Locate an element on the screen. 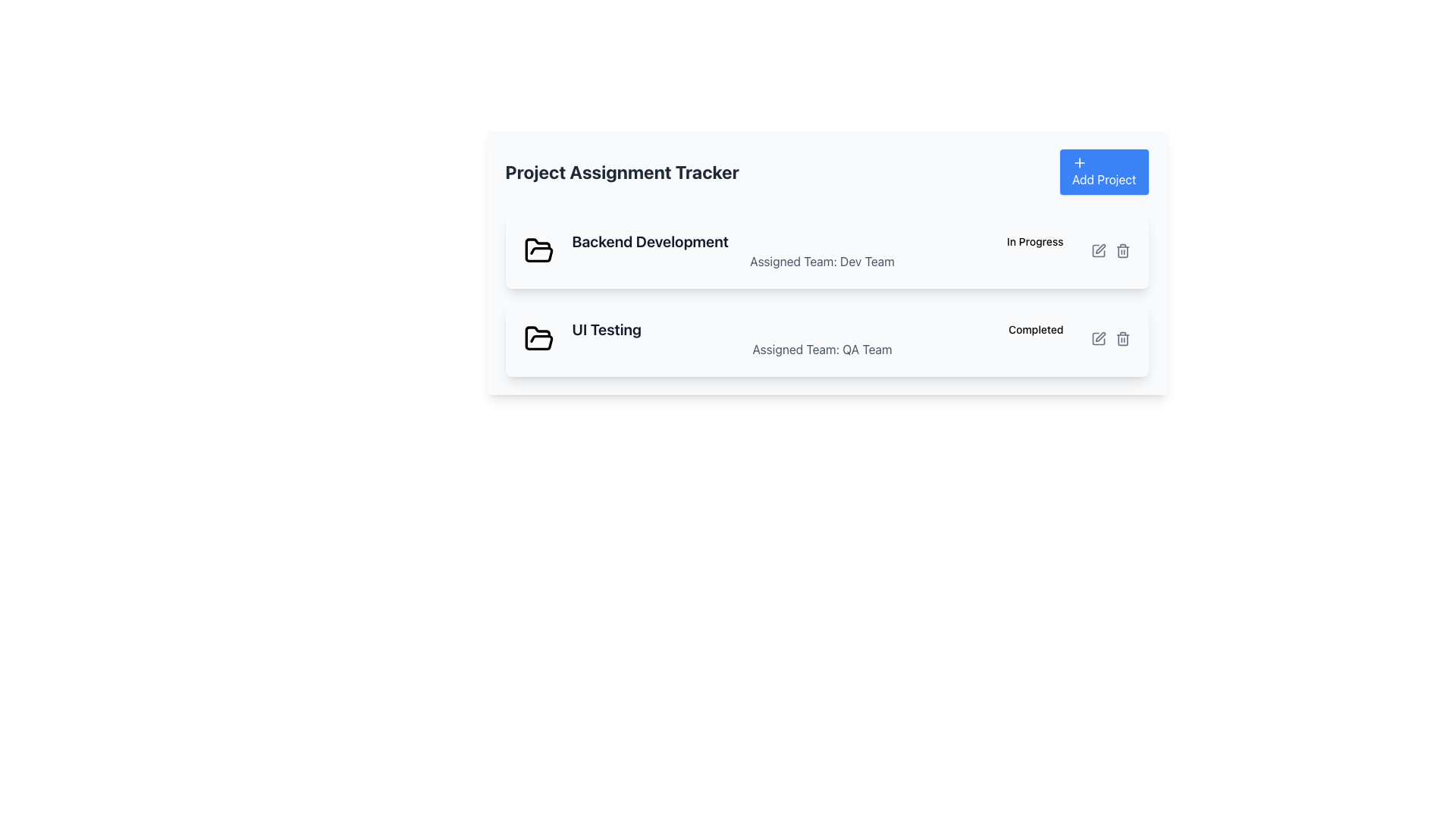  the pen icon in the second project status row, located to the right of the 'In Progress' label is located at coordinates (1100, 248).